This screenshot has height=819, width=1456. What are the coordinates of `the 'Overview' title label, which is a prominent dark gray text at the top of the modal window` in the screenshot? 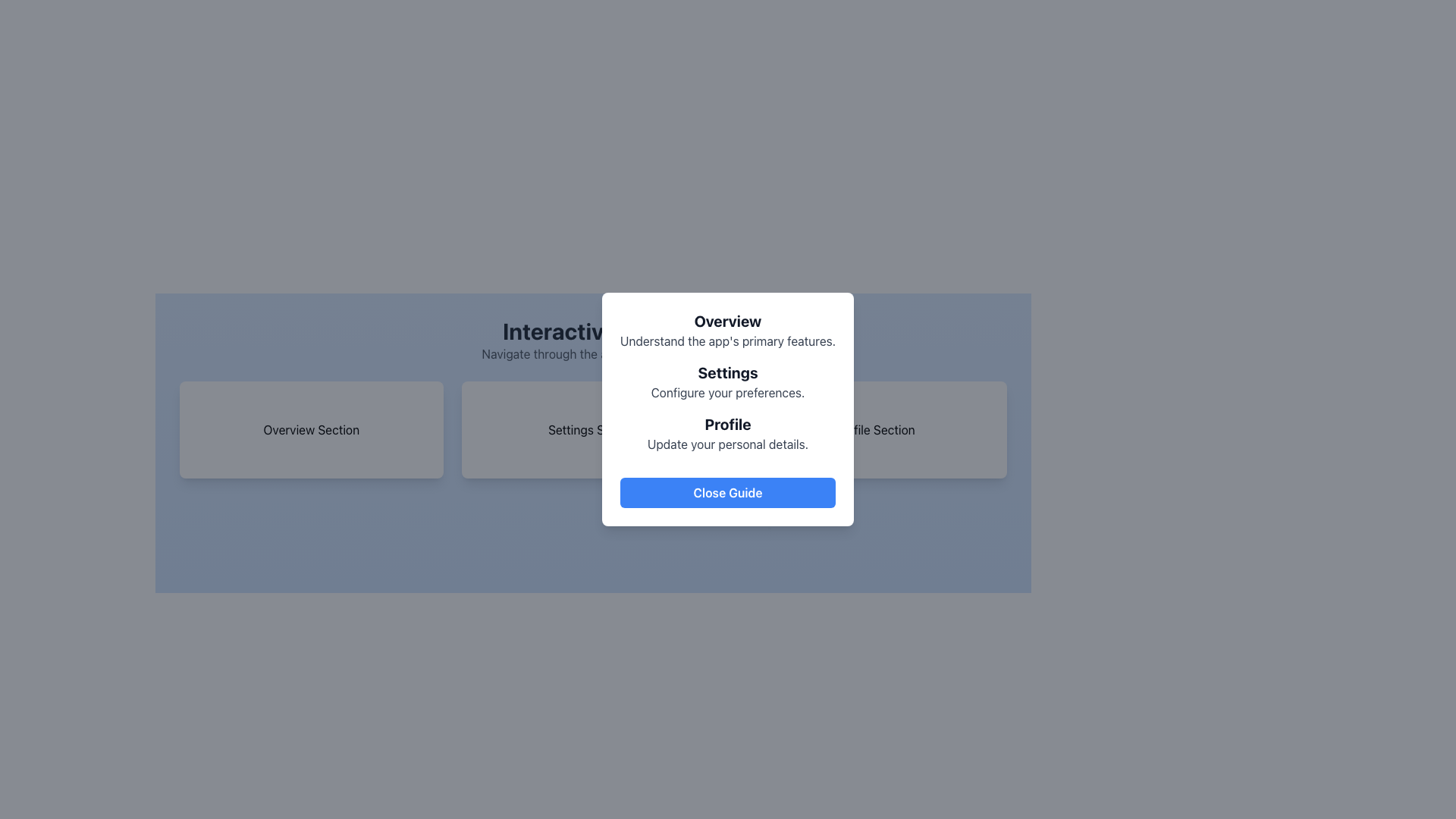 It's located at (728, 321).